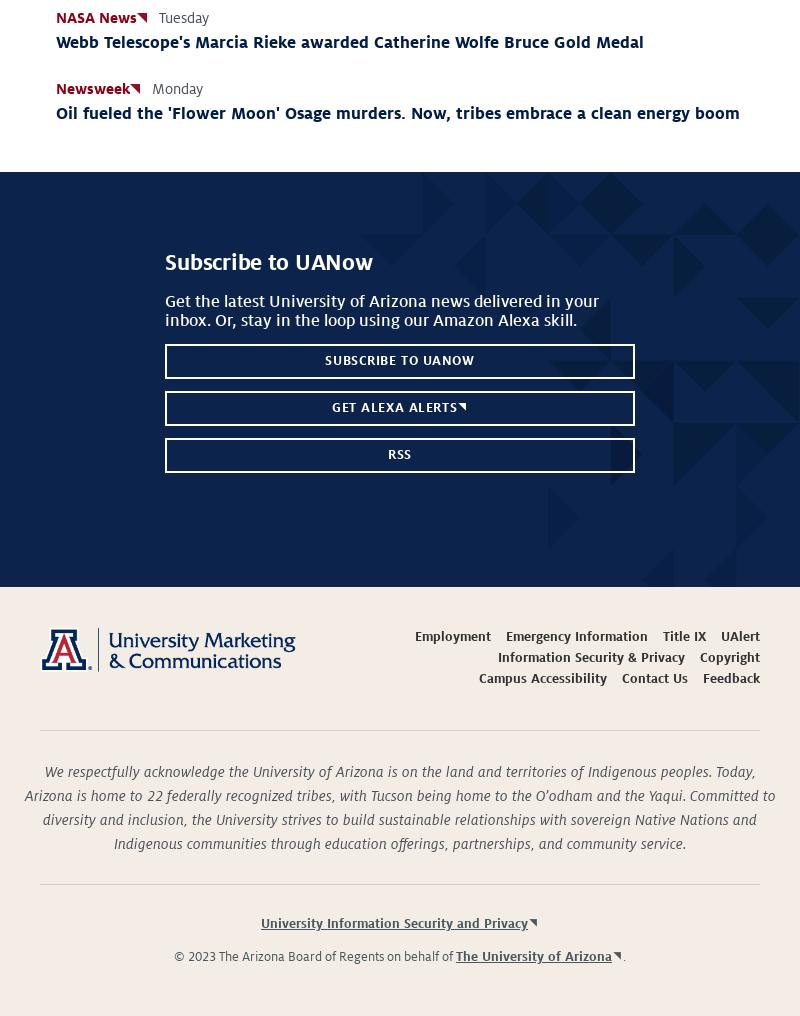 This screenshot has height=1016, width=800. What do you see at coordinates (683, 636) in the screenshot?
I see `'Title IX'` at bounding box center [683, 636].